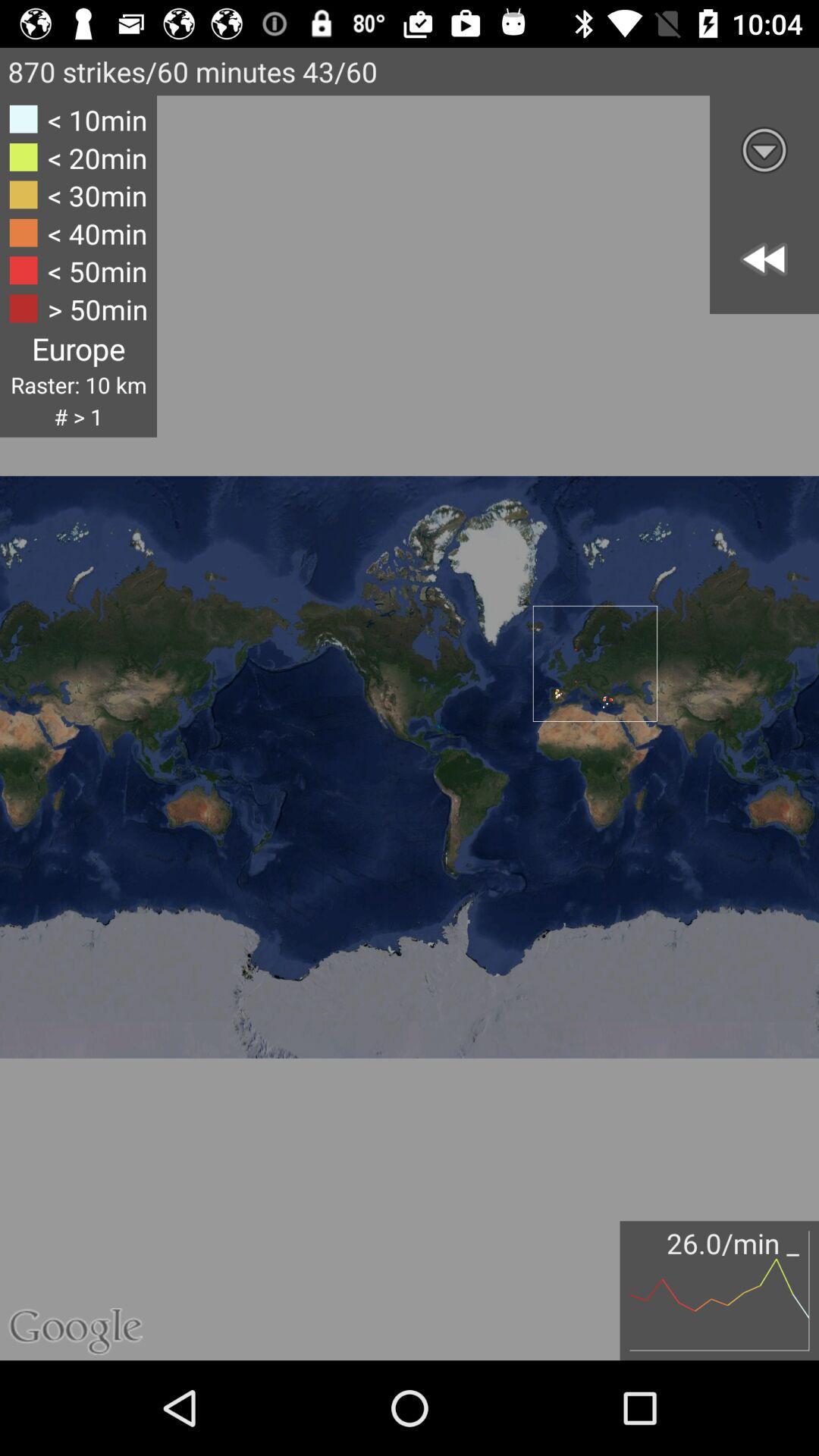 The width and height of the screenshot is (819, 1456). Describe the element at coordinates (764, 259) in the screenshot. I see `the av_rewind icon` at that location.